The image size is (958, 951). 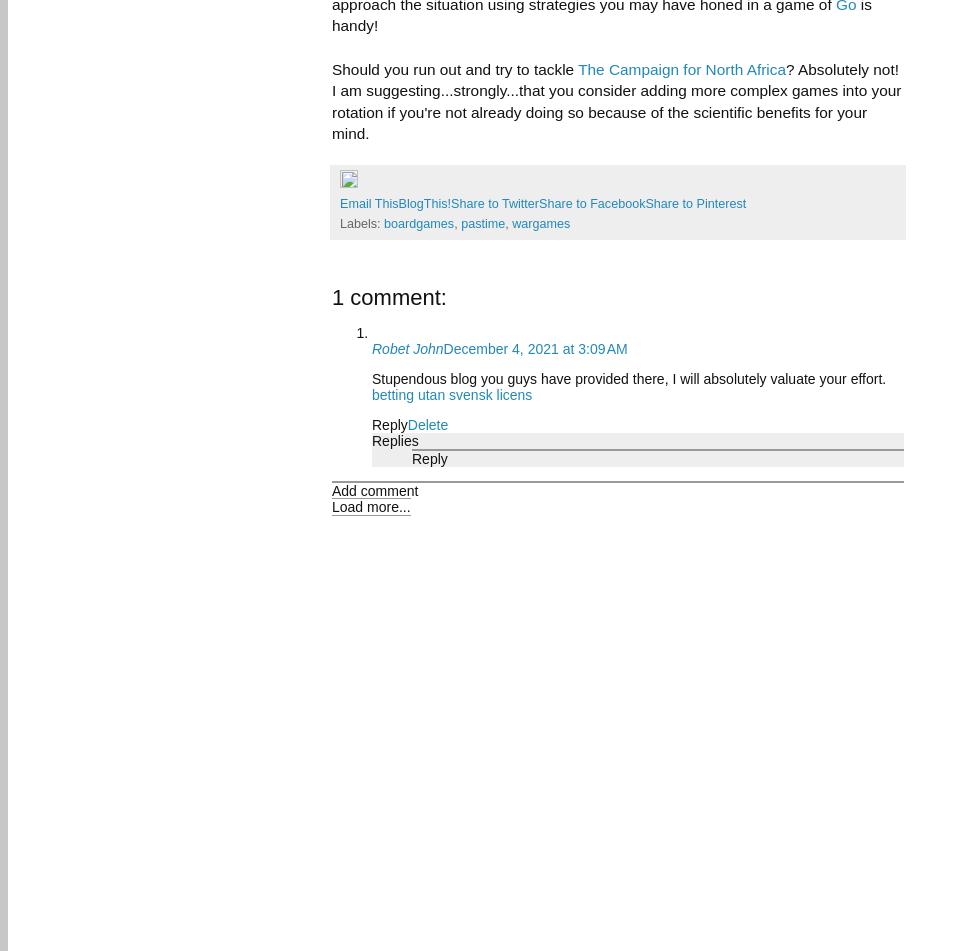 I want to click on 'The Campaign for North Africa', so click(x=681, y=68).